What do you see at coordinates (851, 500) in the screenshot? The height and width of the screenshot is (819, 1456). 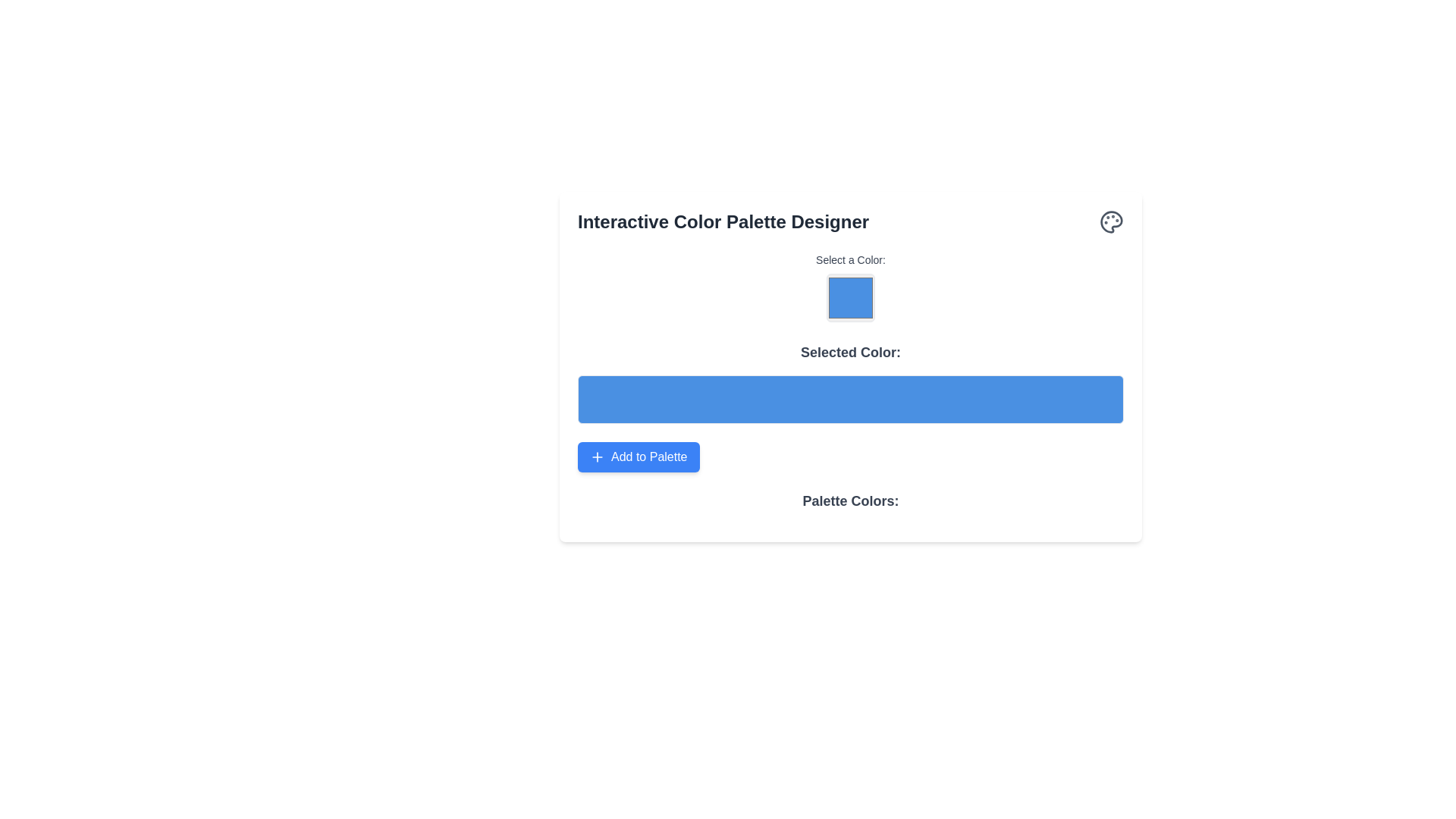 I see `the static header text 'Palette Colors:' which is displayed in bold and larger font size, styled in dark gray, and positioned at the center horizontally near the bottom of the interface` at bounding box center [851, 500].